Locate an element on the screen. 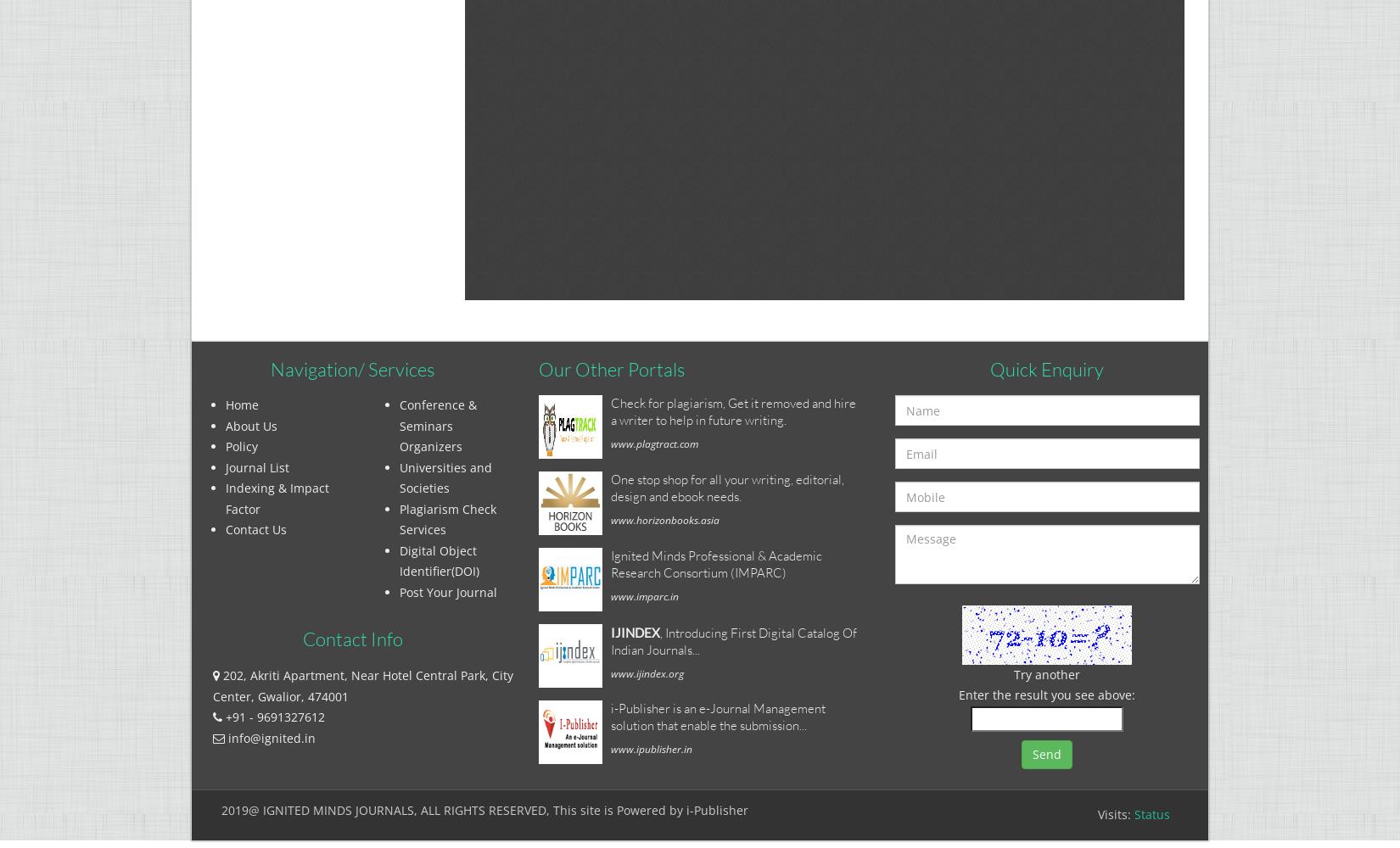  'Home' is located at coordinates (242, 404).